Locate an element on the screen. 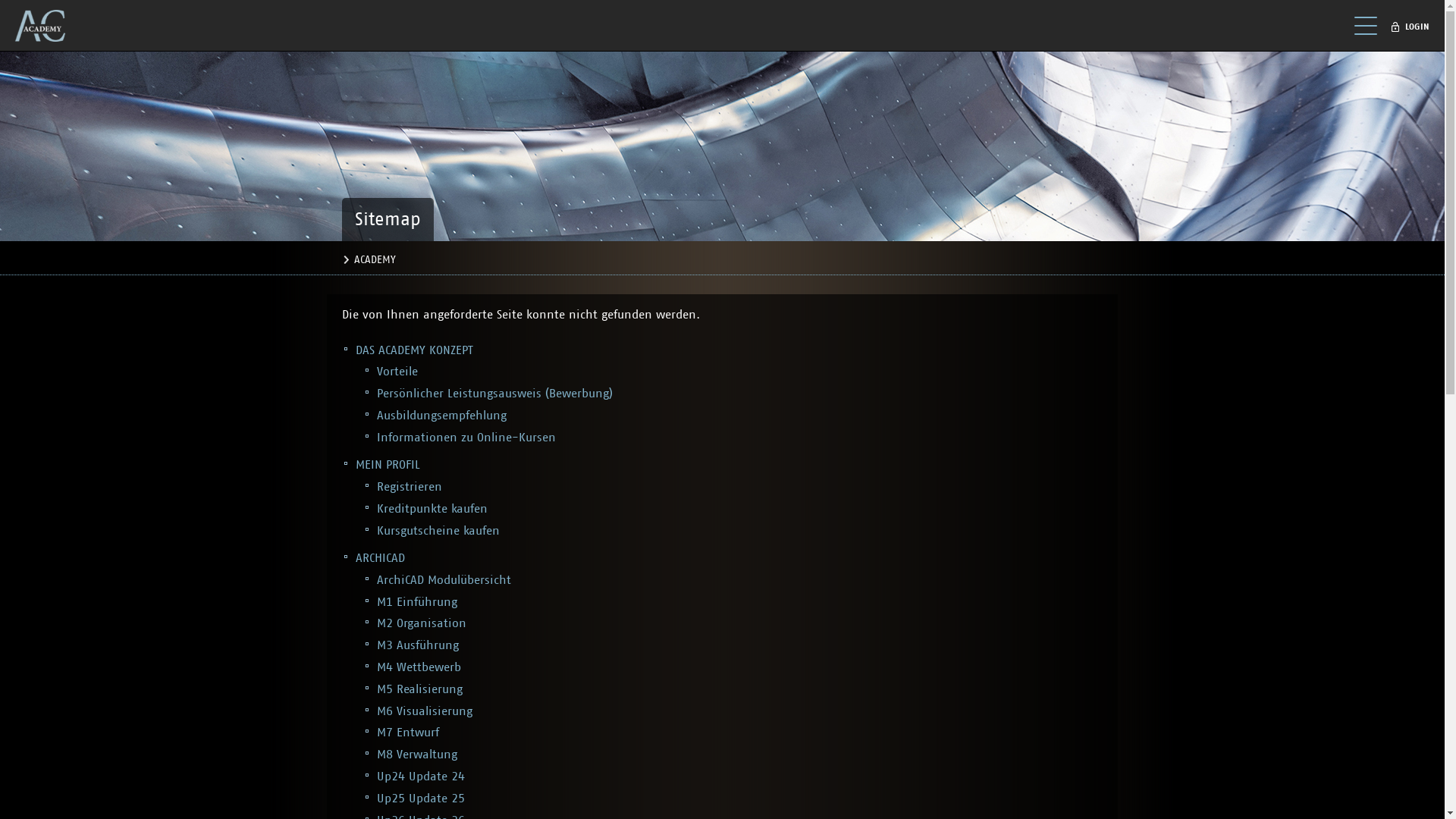  'Registrieren' is located at coordinates (409, 486).